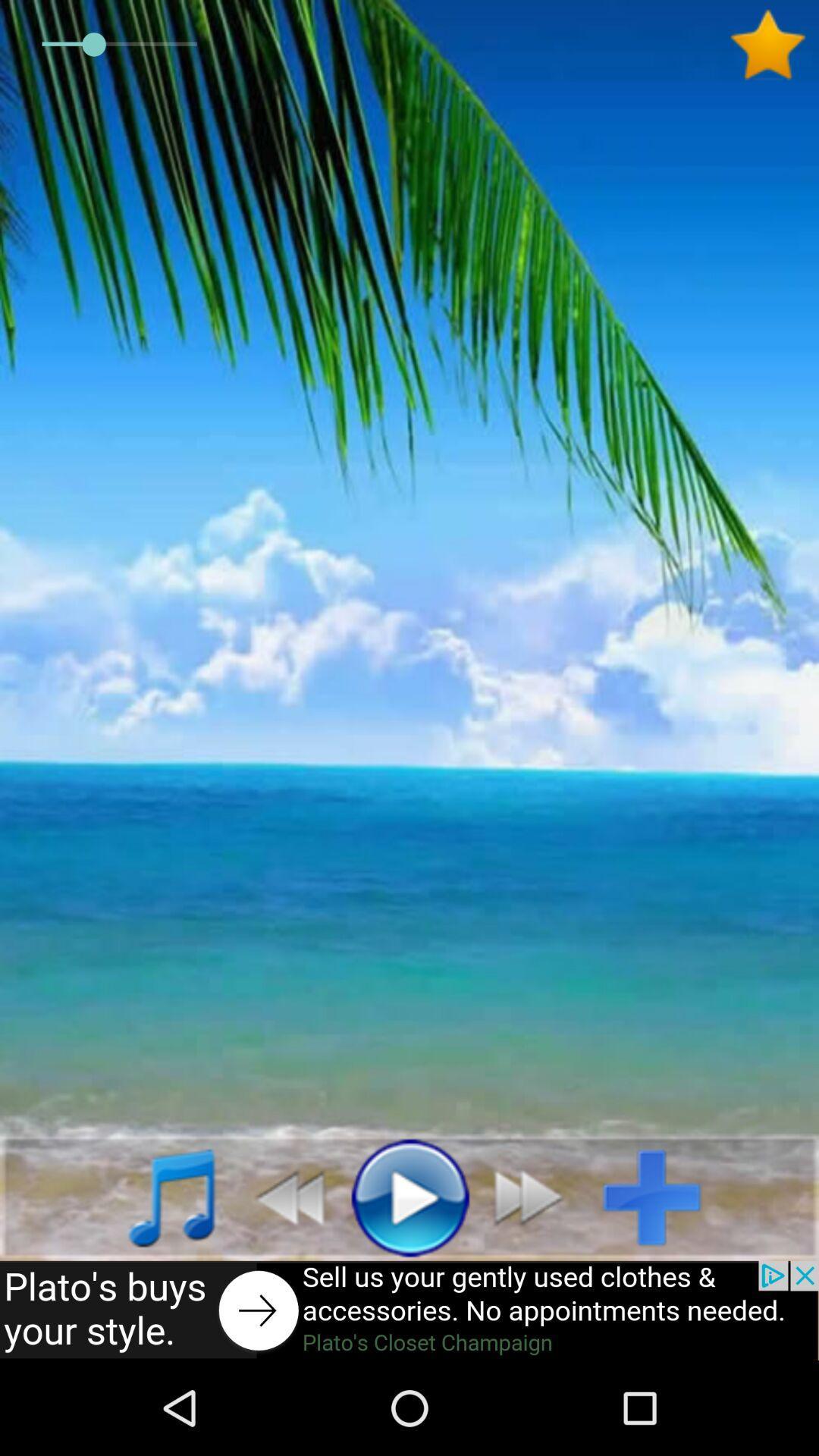  What do you see at coordinates (409, 1196) in the screenshot?
I see `the play icon` at bounding box center [409, 1196].